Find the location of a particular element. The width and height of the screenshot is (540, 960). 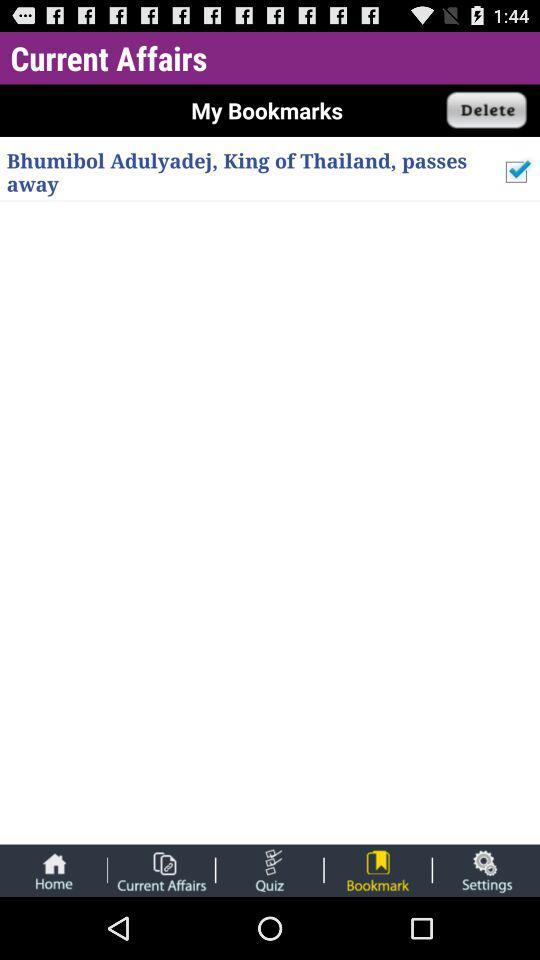

home button is located at coordinates (53, 869).